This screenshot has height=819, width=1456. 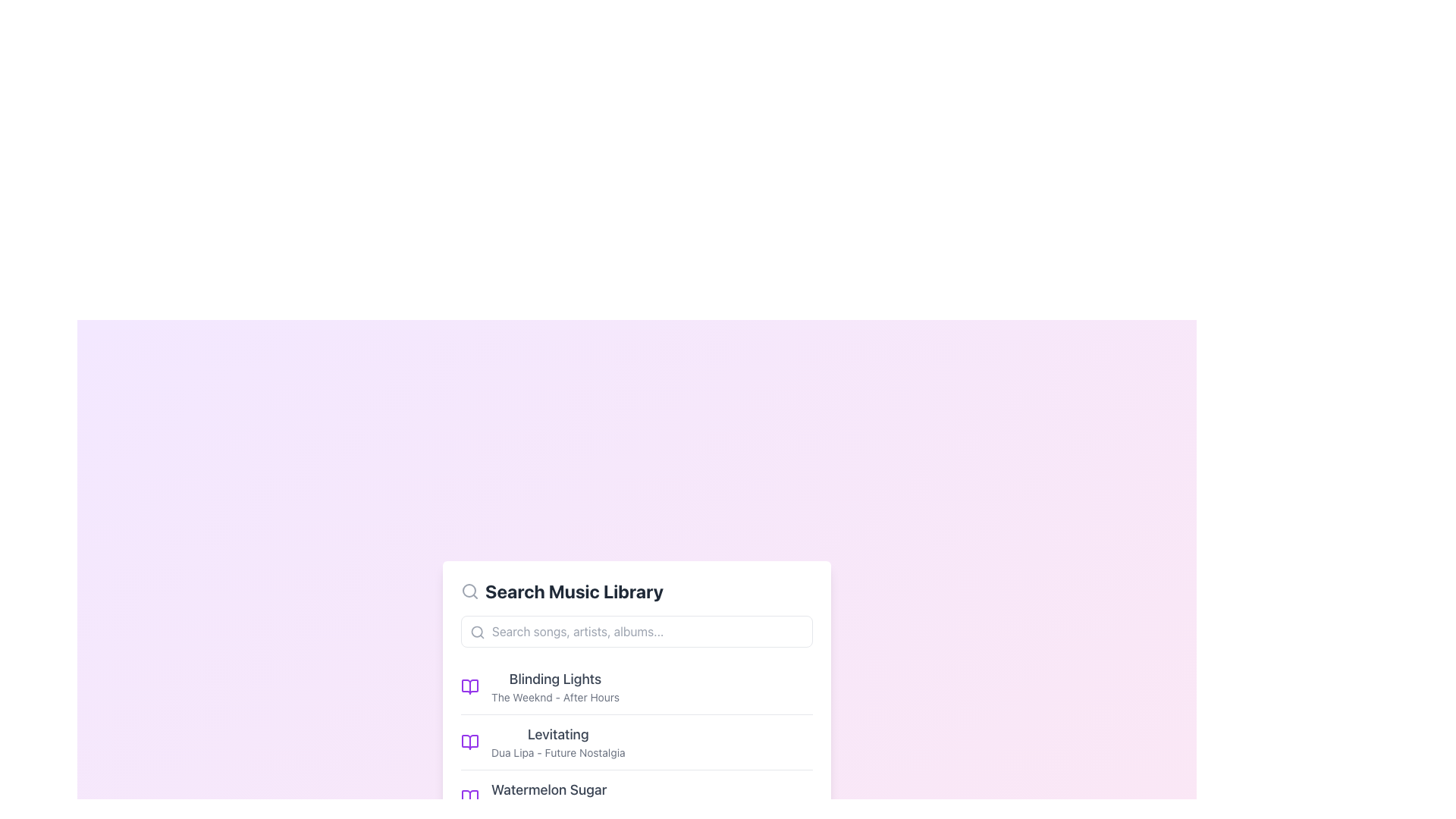 What do you see at coordinates (469, 590) in the screenshot?
I see `the search icon represented by a gray magnifying glass located to the left of the 'Search Music Library' title` at bounding box center [469, 590].